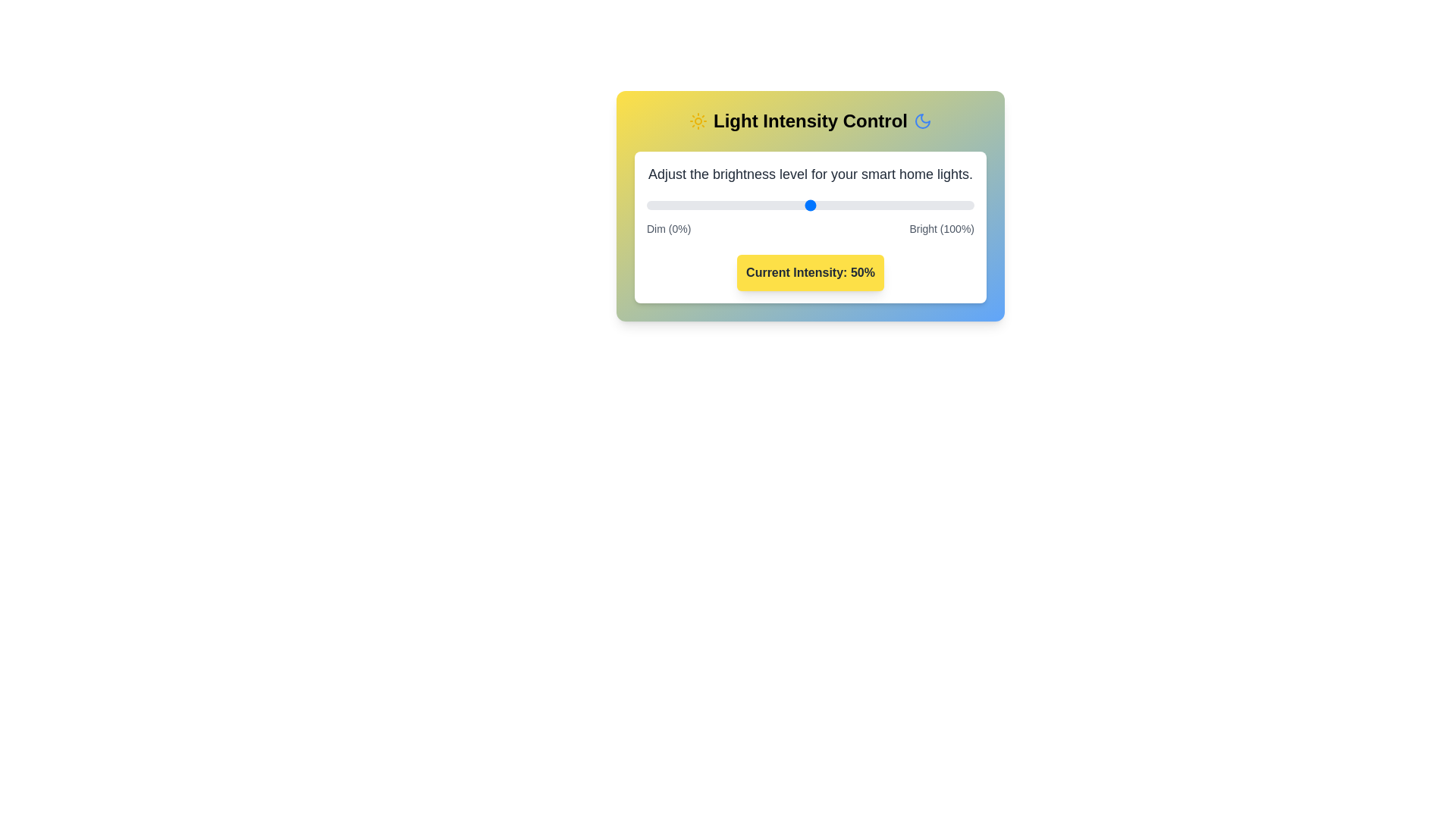  I want to click on the light intensity to 9% by dragging the slider, so click(675, 205).